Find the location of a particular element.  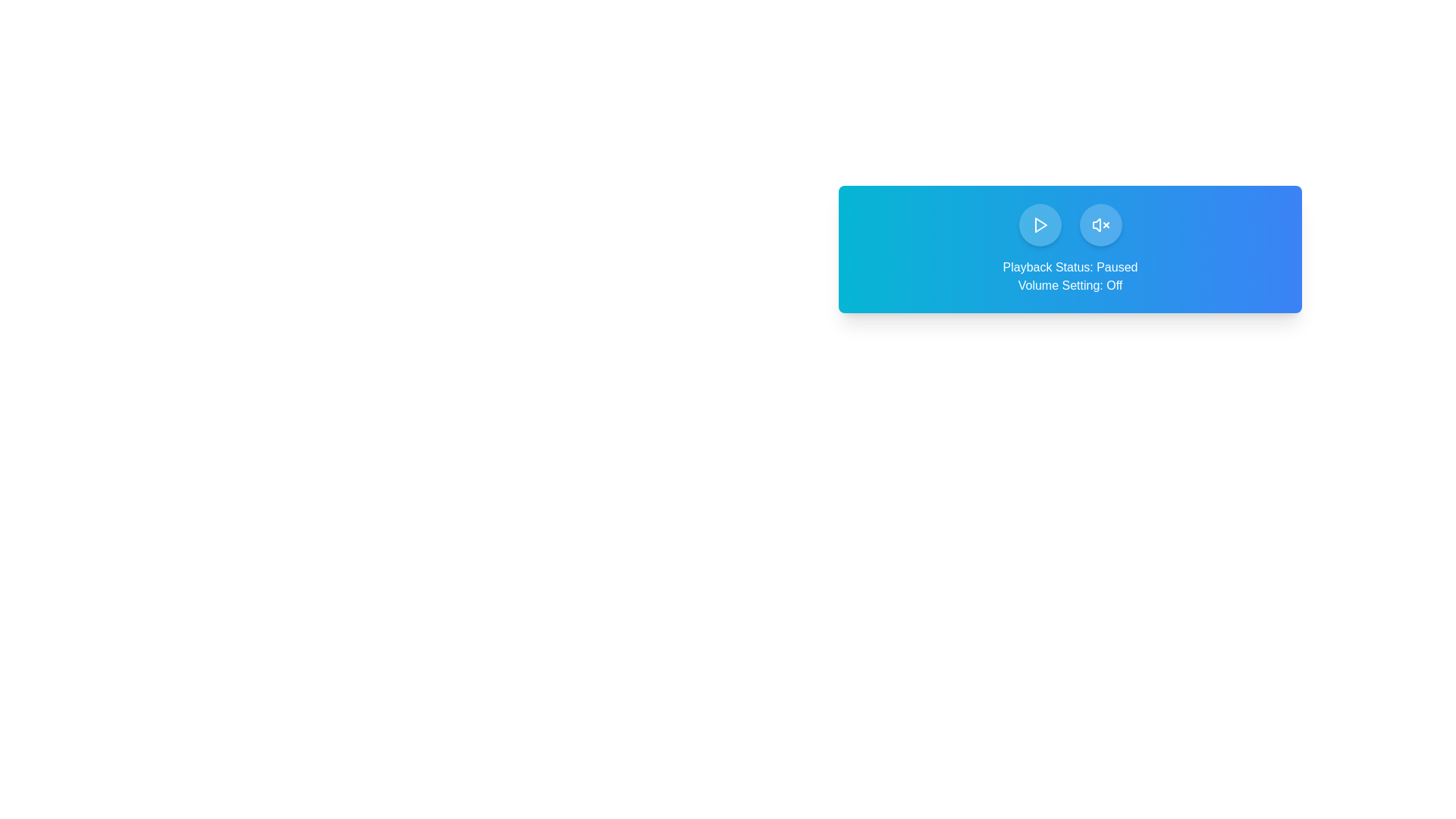

the playback toggle button to change the playback state is located at coordinates (1039, 225).